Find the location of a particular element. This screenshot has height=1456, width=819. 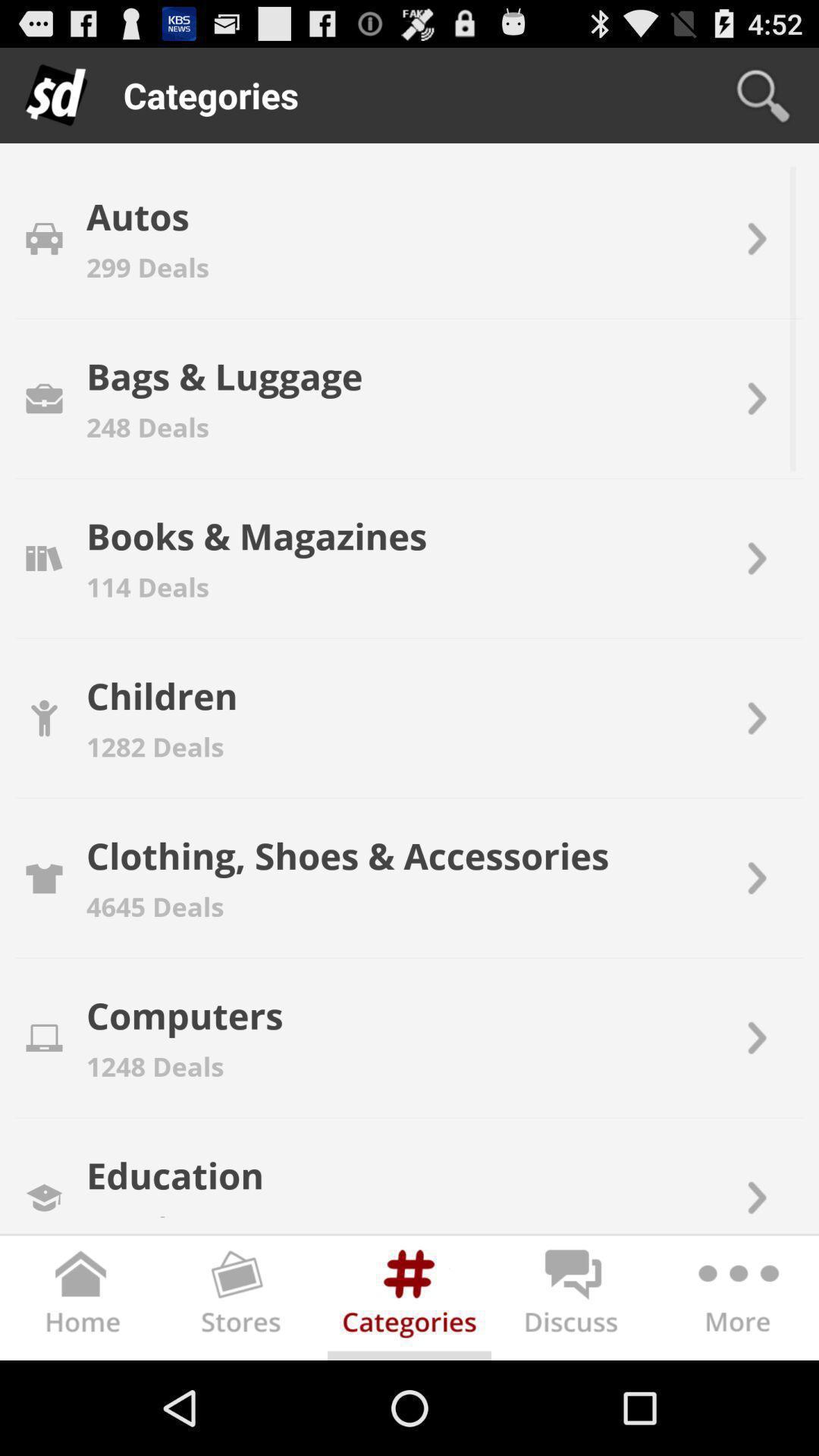

picture option is located at coordinates (245, 1301).